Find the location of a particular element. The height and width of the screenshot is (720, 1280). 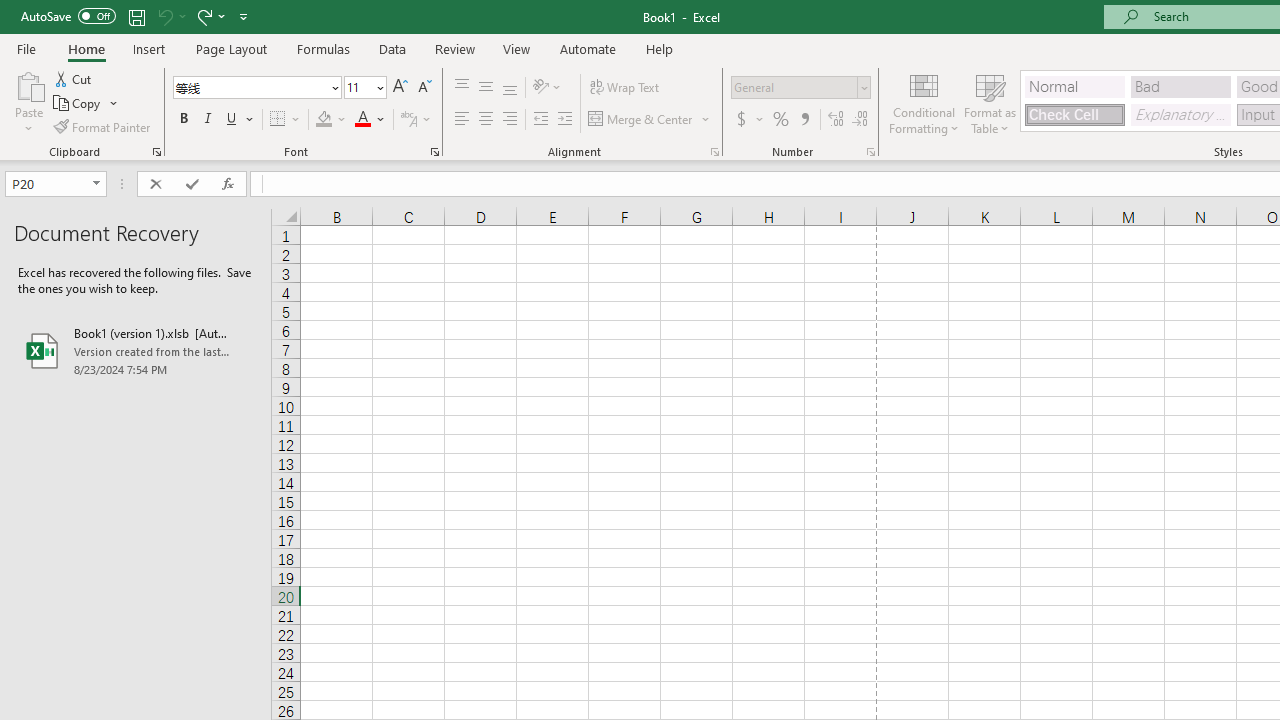

'Bold' is located at coordinates (183, 119).